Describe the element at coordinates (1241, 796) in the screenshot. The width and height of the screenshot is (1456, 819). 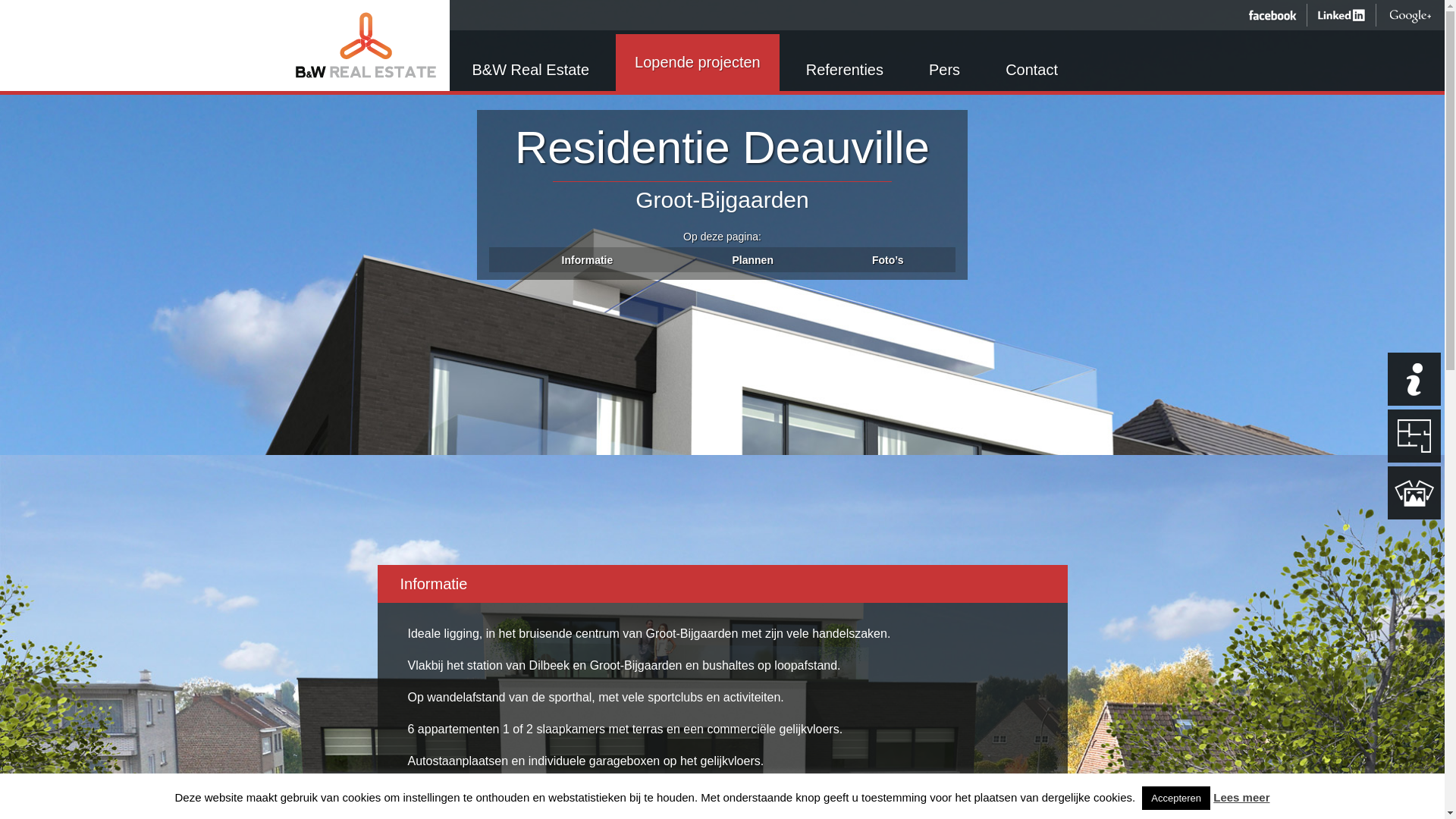
I see `'Lees meer'` at that location.